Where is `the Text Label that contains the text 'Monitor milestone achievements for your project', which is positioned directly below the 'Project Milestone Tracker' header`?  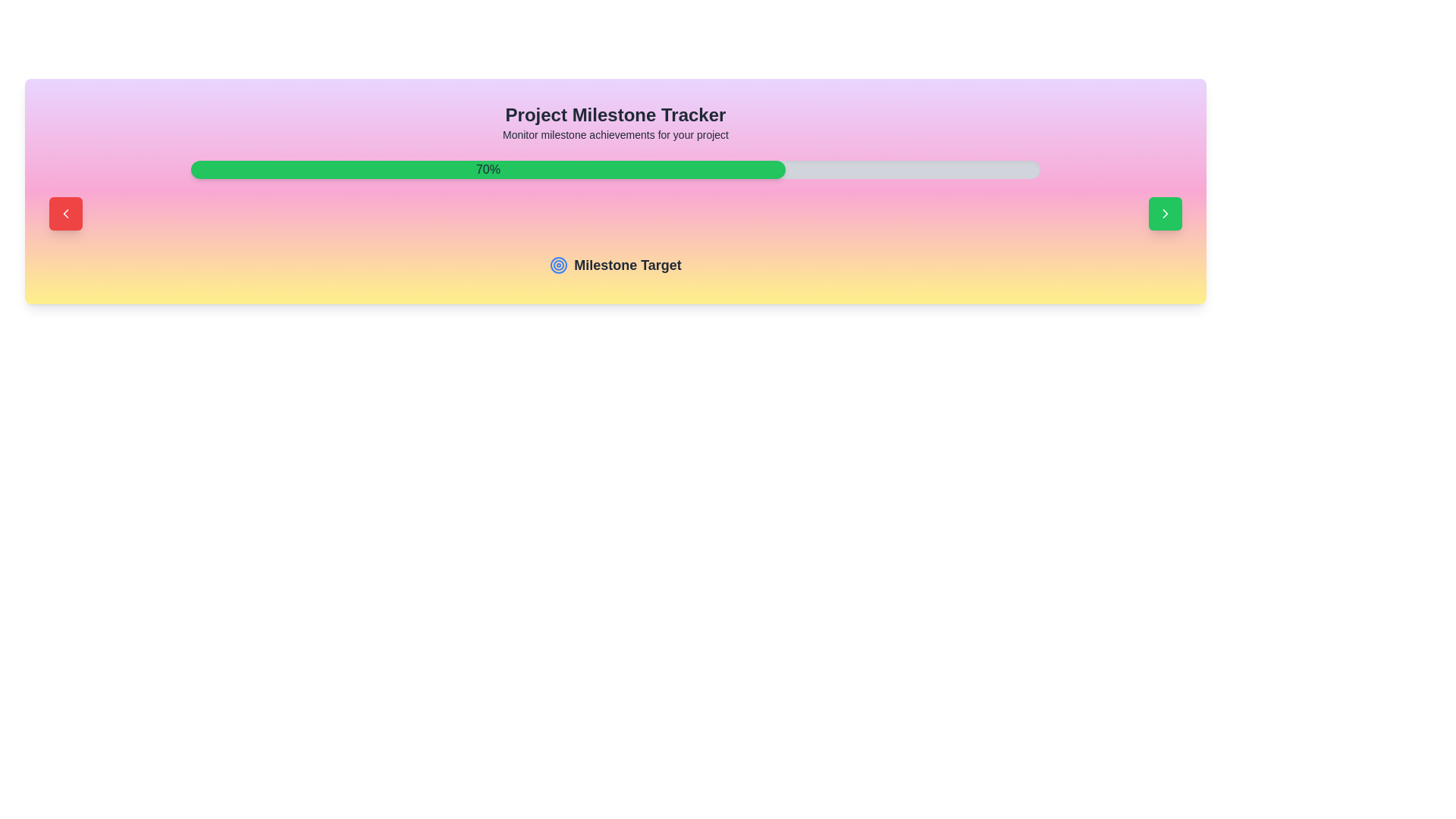 the Text Label that contains the text 'Monitor milestone achievements for your project', which is positioned directly below the 'Project Milestone Tracker' header is located at coordinates (615, 133).